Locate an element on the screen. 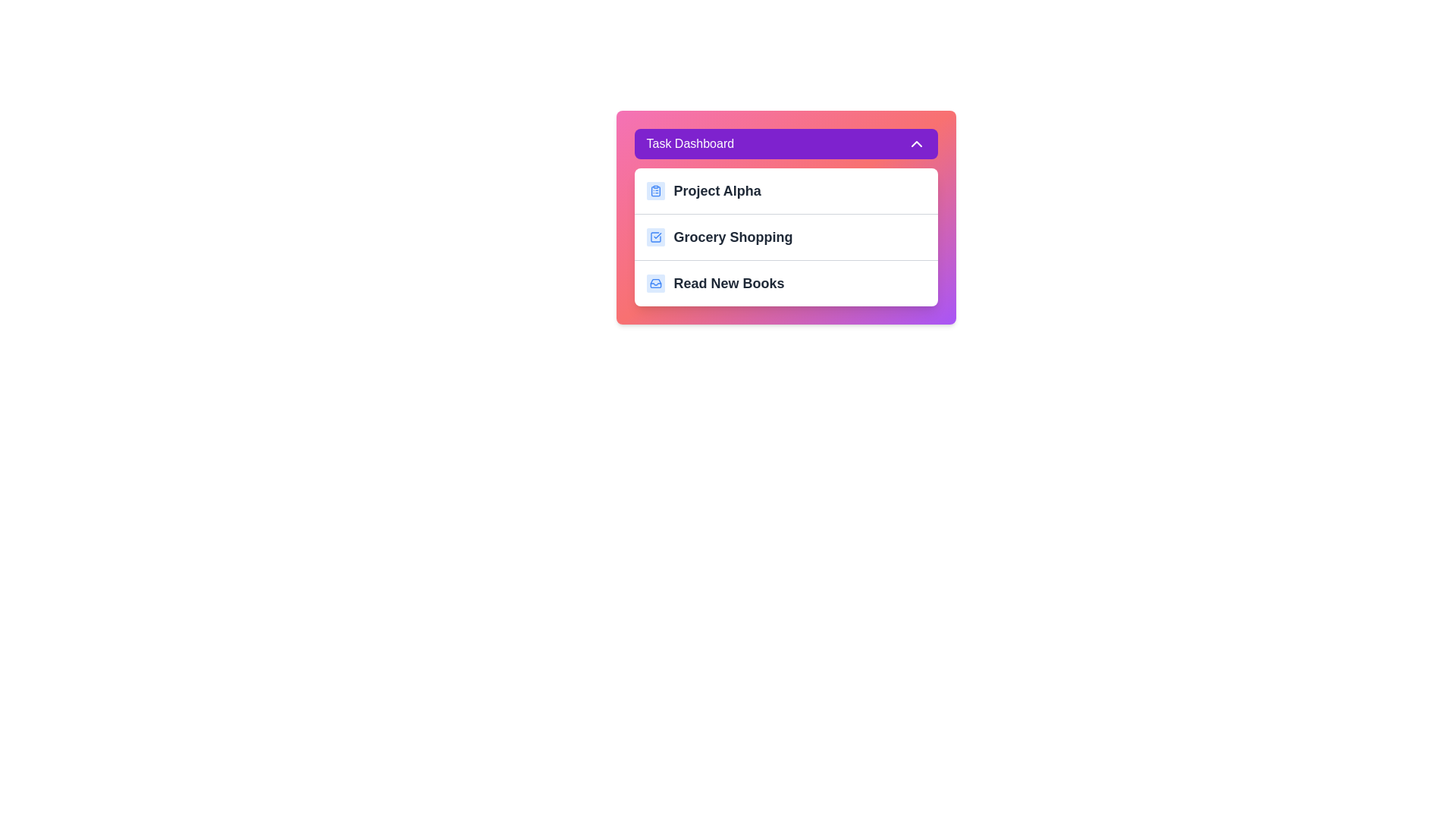  the blue check mark icon located on the left side before the text 'Grocery Shopping' is located at coordinates (655, 237).